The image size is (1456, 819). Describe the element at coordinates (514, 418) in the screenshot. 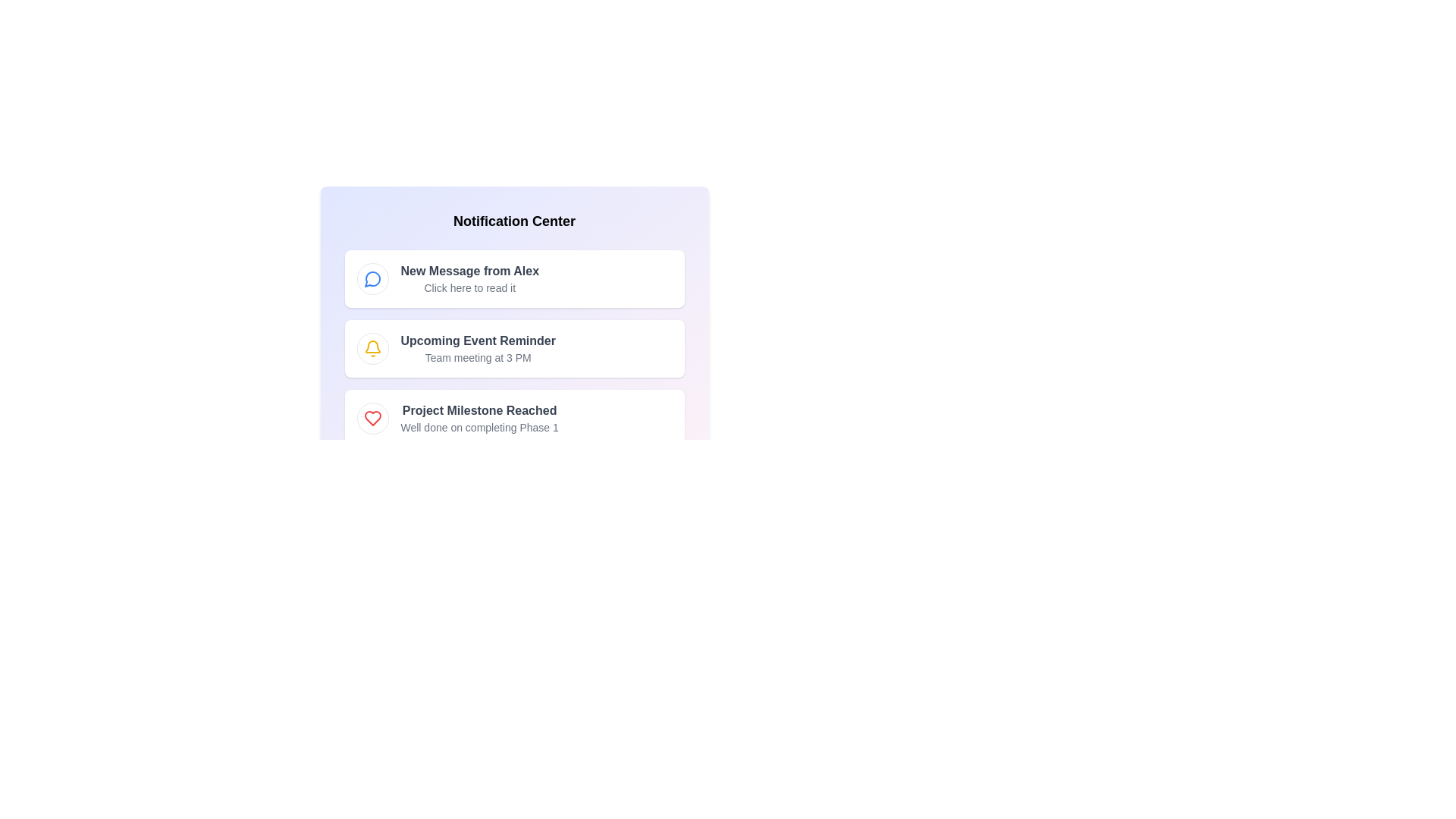

I see `the notification titled 'Project Milestone Reached'` at that location.